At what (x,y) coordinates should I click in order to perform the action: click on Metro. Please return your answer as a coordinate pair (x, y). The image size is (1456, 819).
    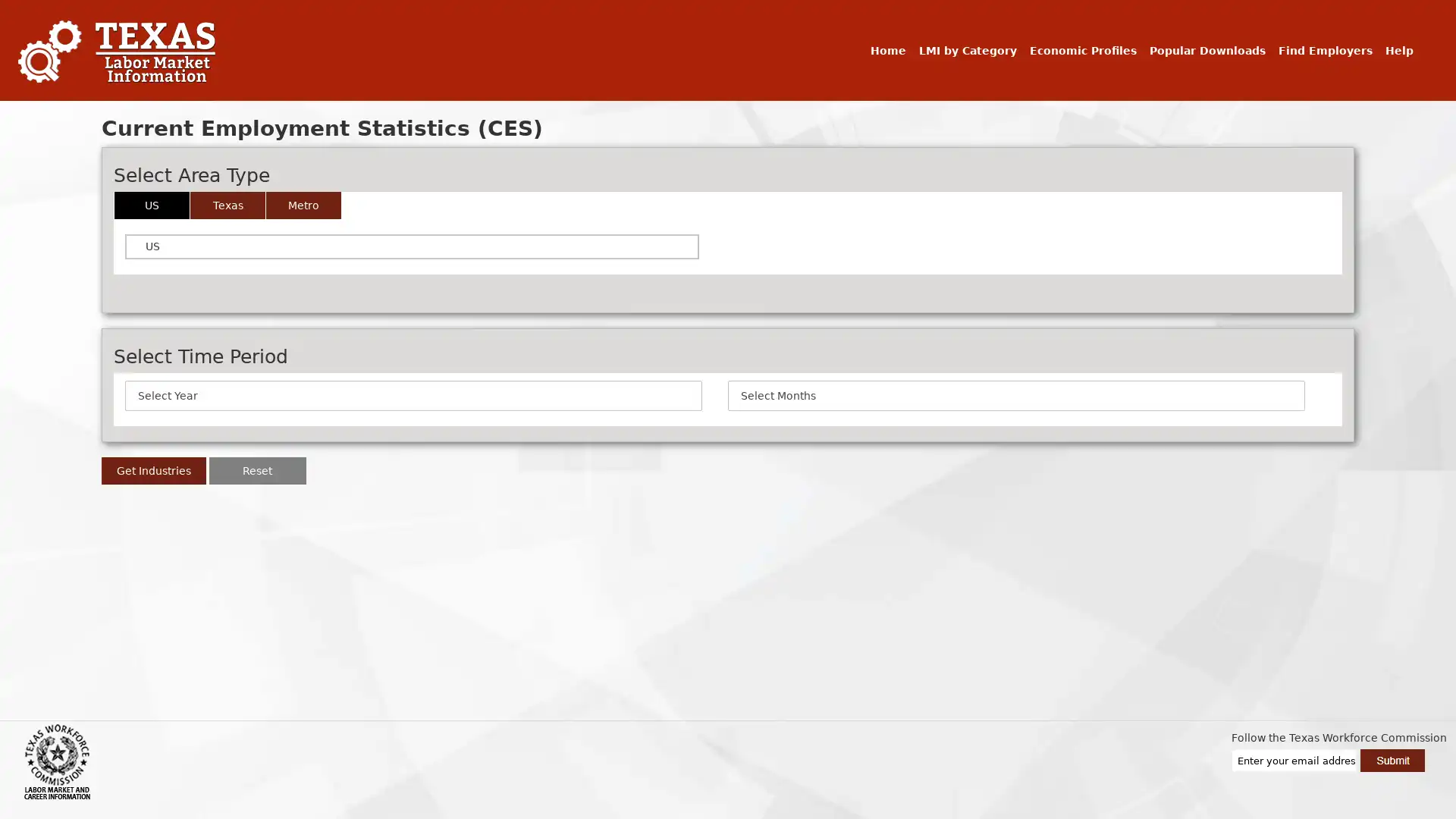
    Looking at the image, I should click on (303, 205).